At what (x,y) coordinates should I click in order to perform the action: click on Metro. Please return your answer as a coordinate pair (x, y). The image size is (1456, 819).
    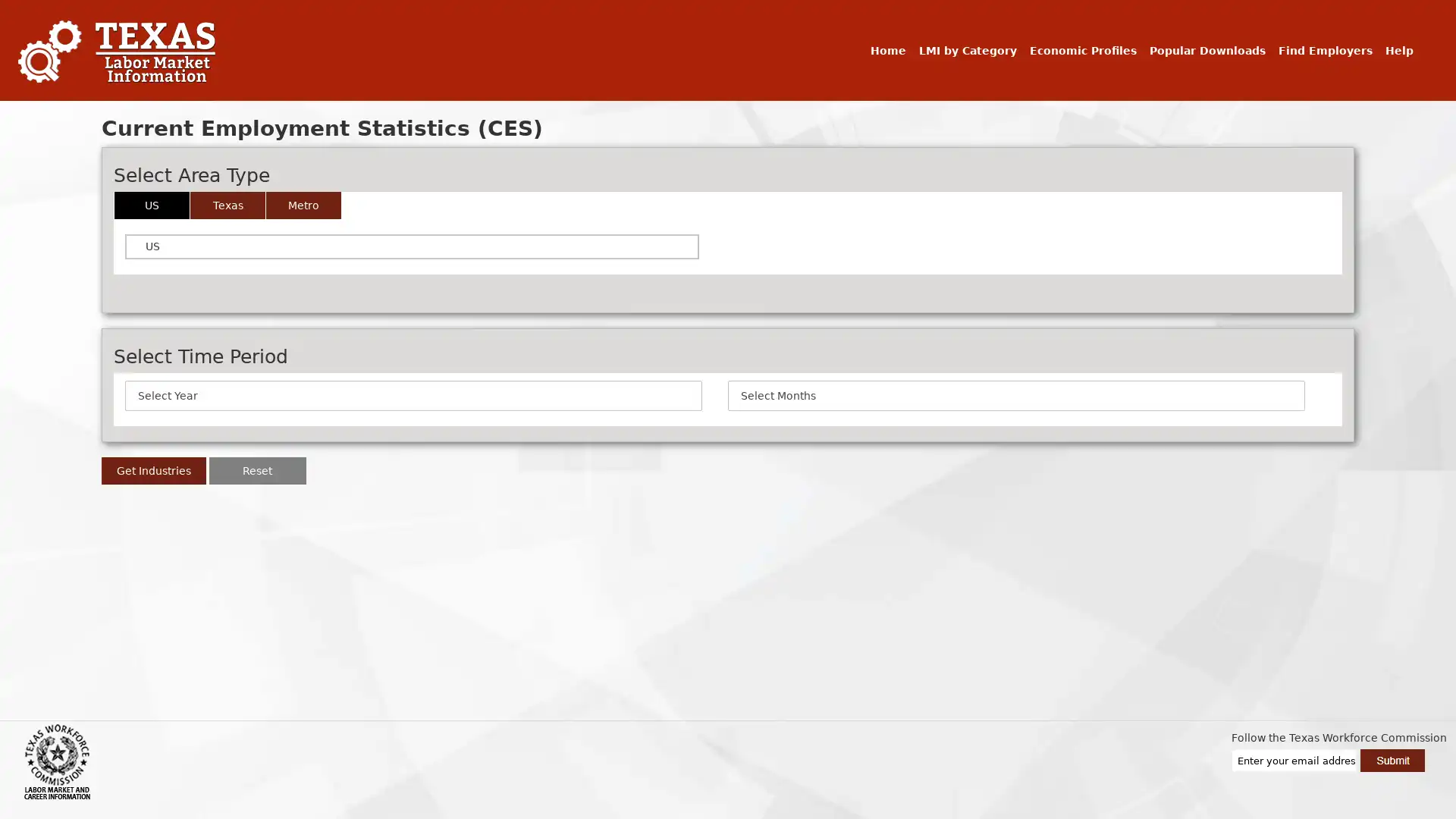
    Looking at the image, I should click on (303, 205).